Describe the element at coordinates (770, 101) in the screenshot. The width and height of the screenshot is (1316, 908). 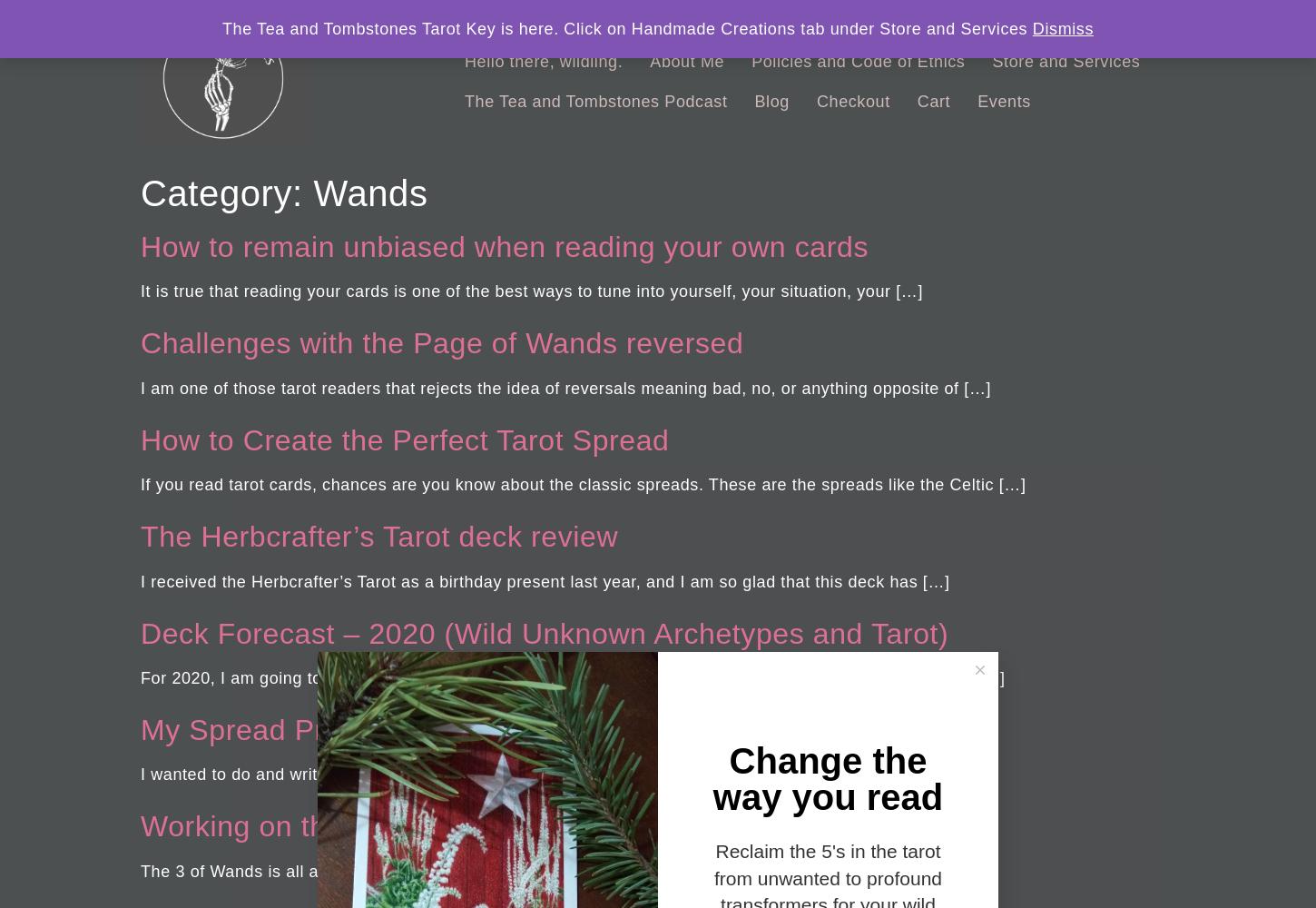
I see `'Blog'` at that location.